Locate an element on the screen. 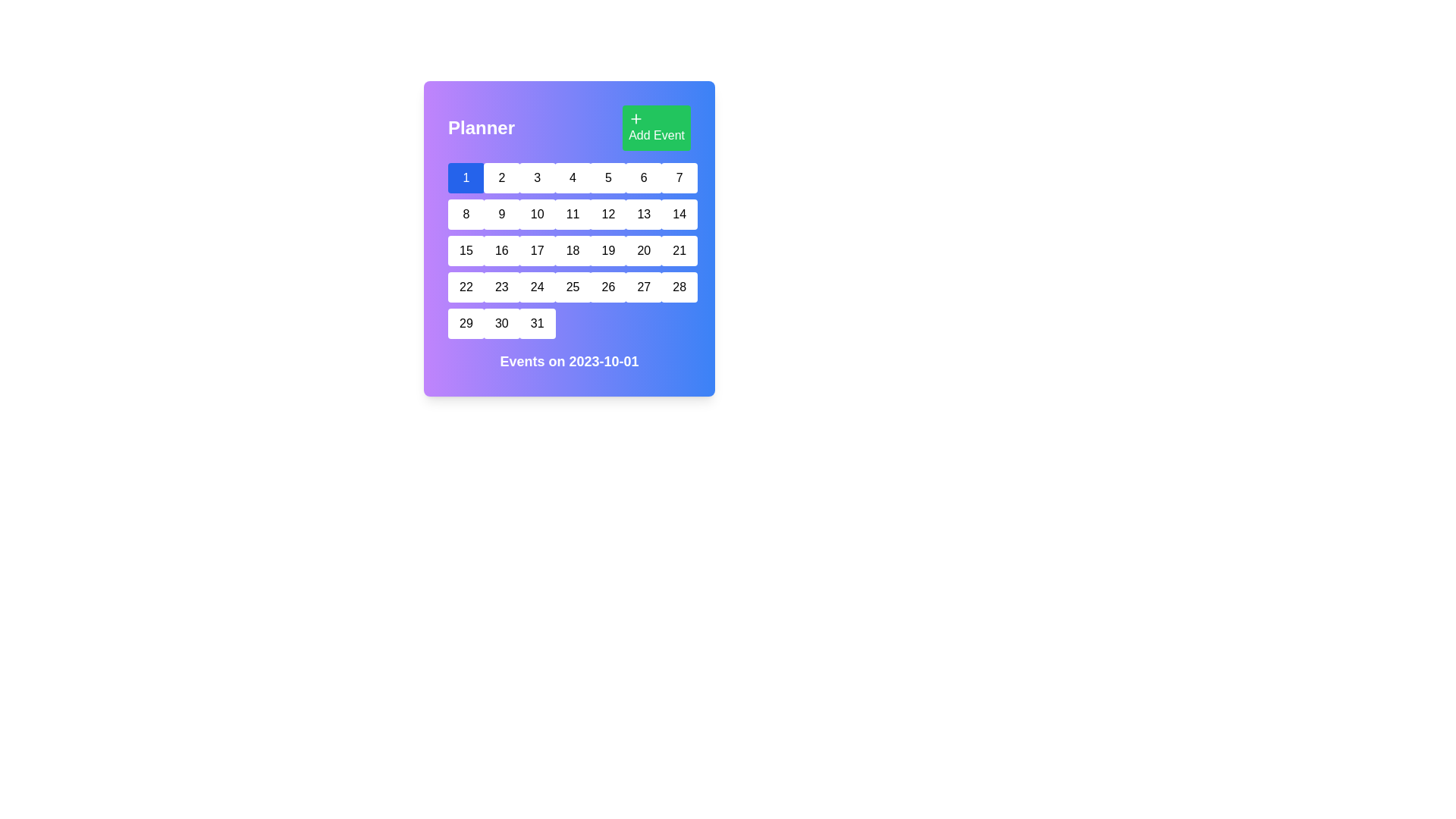  'Planner' text label located at the top-left section of the interface, which is displayed in a bold, large-sized font is located at coordinates (480, 127).